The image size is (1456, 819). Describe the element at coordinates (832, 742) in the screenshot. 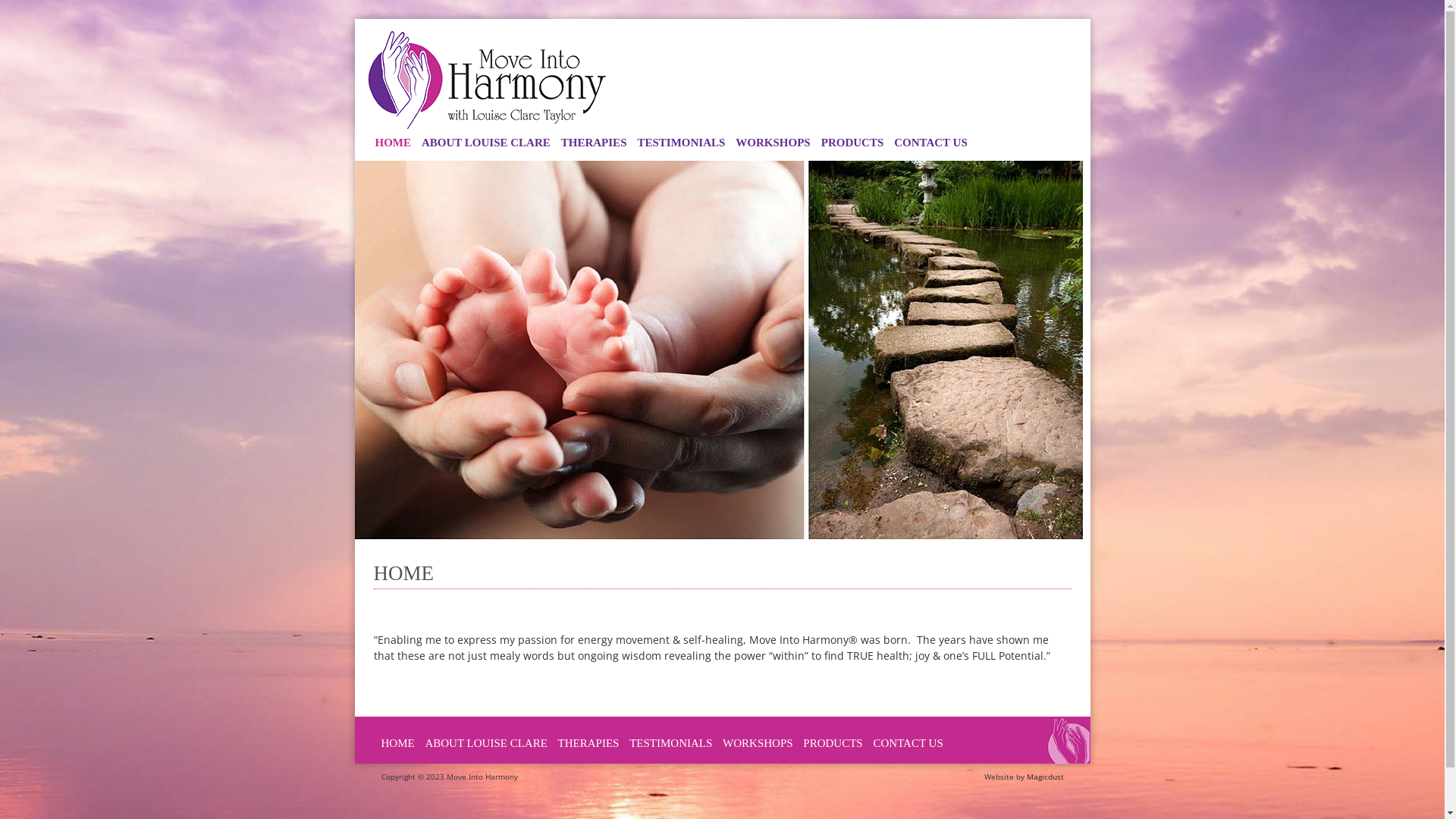

I see `'PRODUCTS'` at that location.